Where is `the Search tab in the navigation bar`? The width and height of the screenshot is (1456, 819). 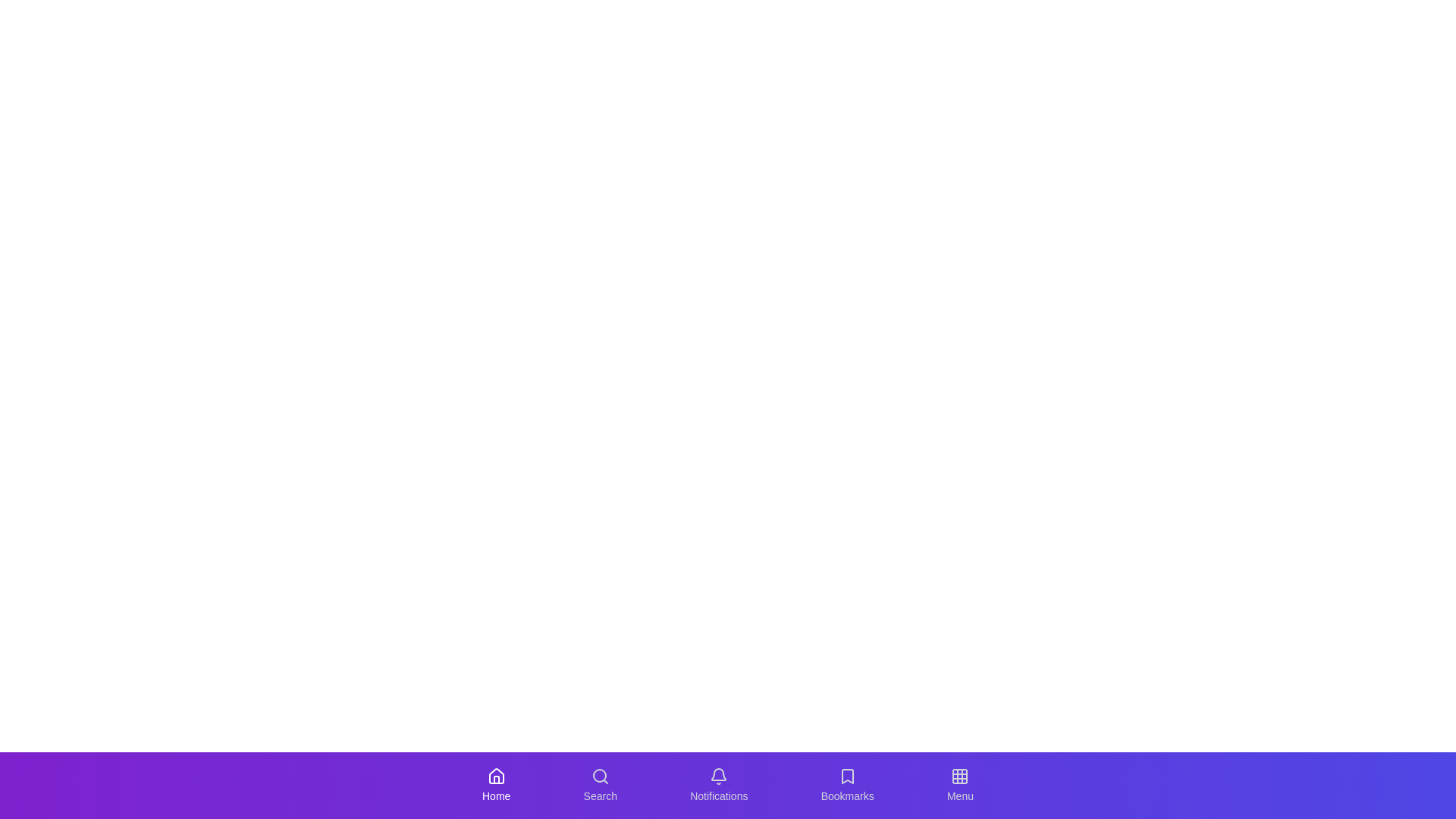 the Search tab in the navigation bar is located at coordinates (599, 785).